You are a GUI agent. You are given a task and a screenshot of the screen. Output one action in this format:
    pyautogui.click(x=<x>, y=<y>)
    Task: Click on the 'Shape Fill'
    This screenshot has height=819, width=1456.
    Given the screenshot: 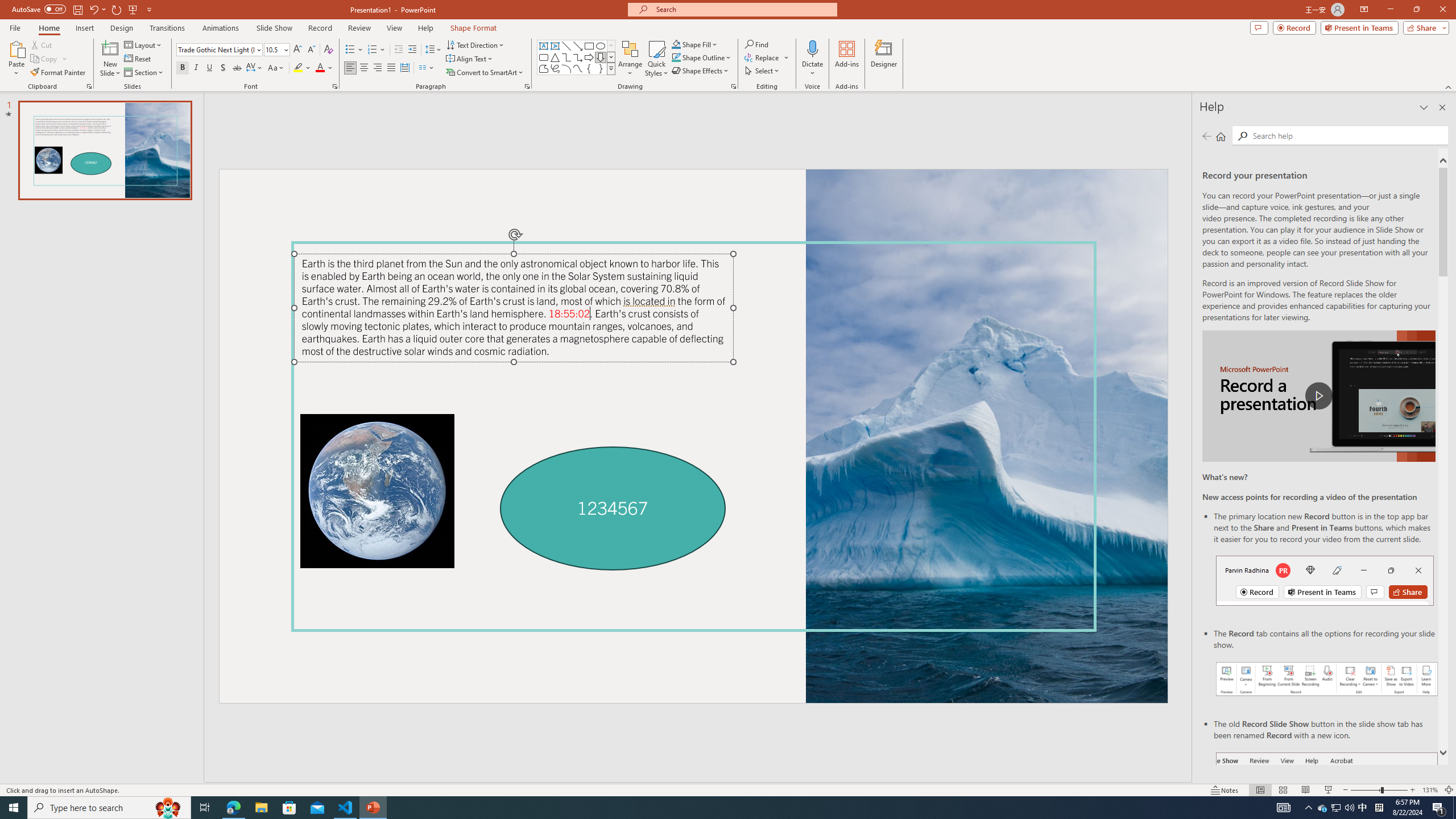 What is the action you would take?
    pyautogui.click(x=695, y=44)
    